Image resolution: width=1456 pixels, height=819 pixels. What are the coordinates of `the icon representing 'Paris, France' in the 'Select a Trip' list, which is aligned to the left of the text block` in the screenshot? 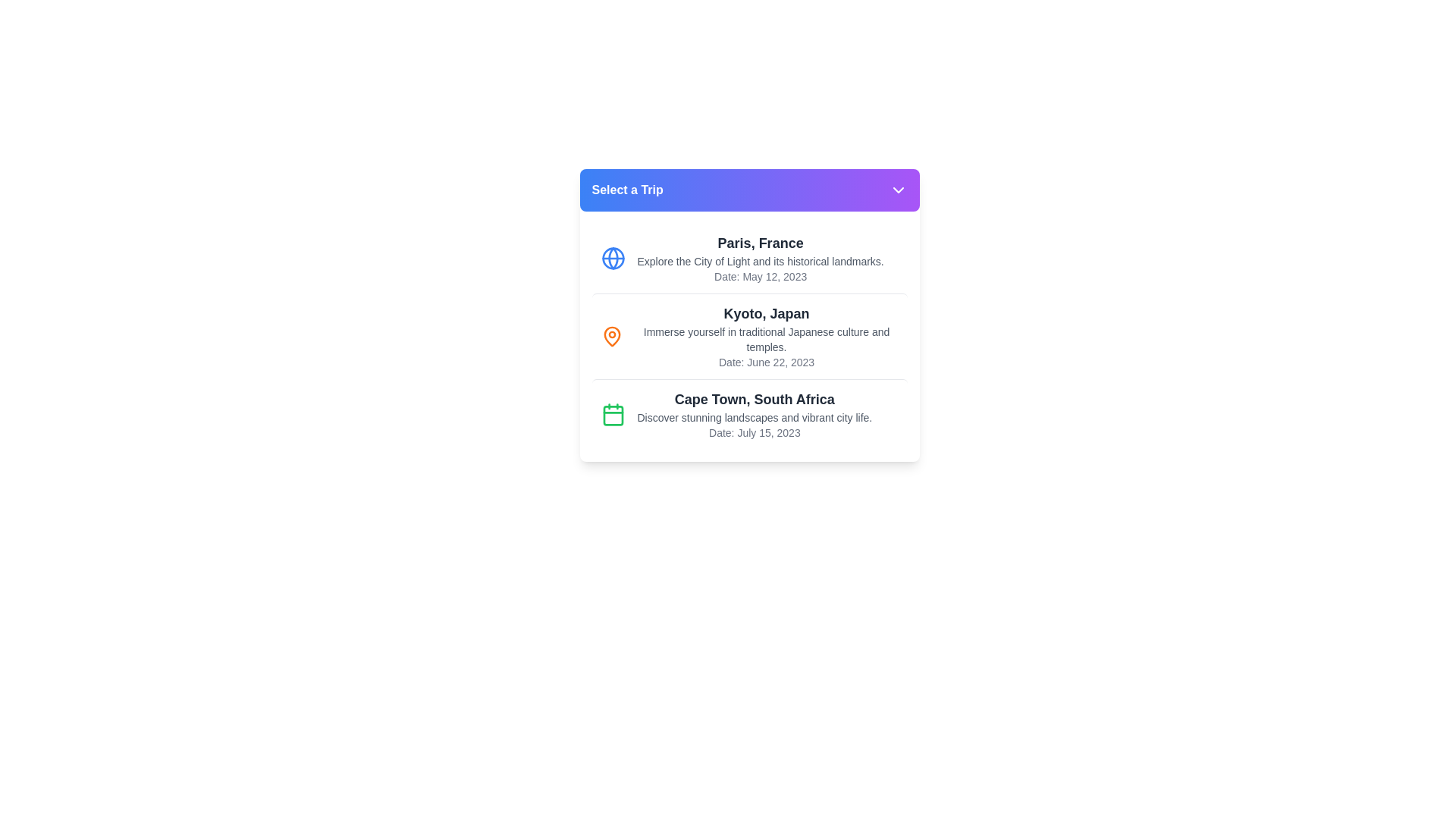 It's located at (613, 257).